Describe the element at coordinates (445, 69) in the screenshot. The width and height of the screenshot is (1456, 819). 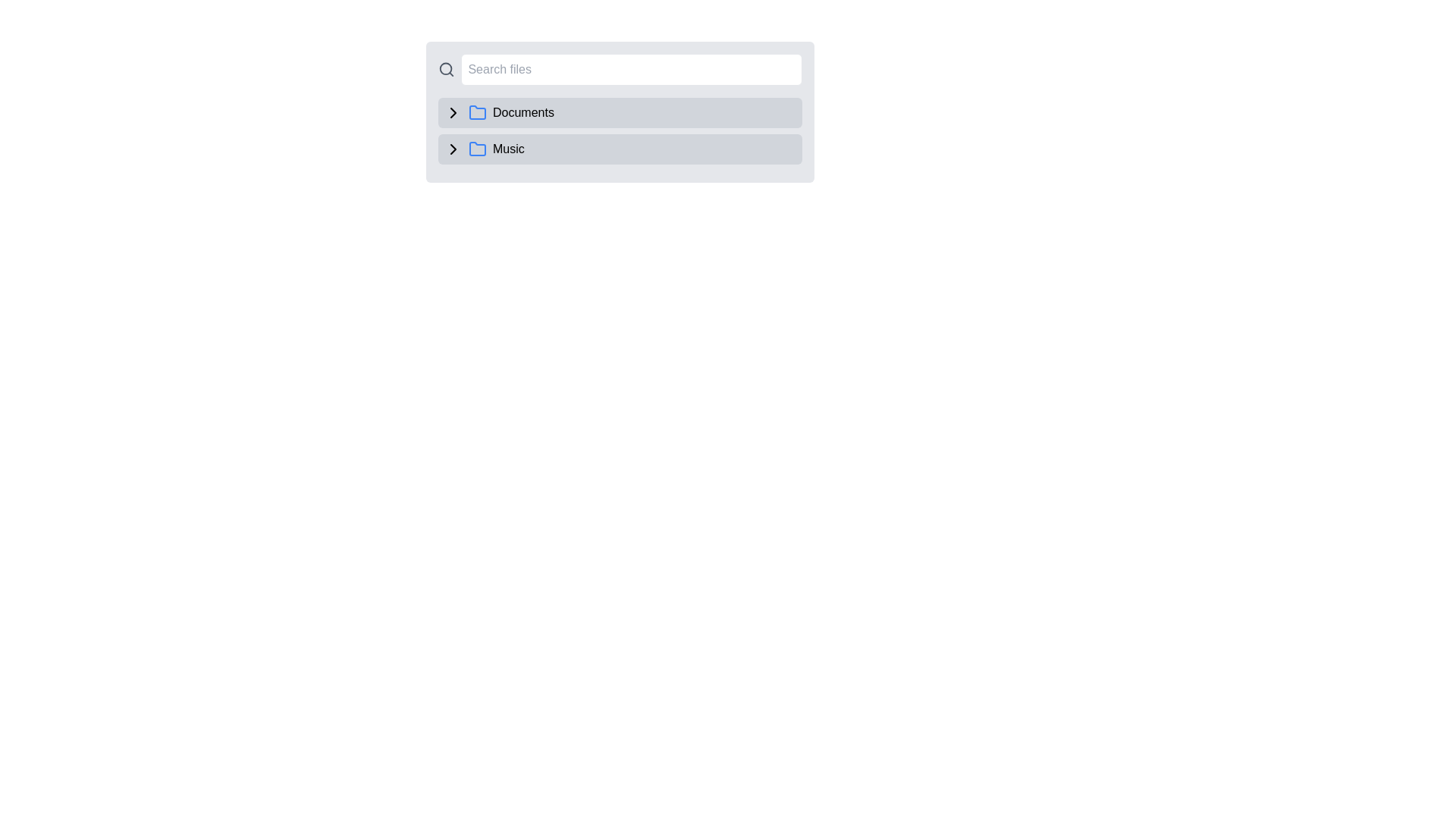
I see `the decorative SVG Circle that is part of the magnifying glass symbol located at the top-left of the input search box` at that location.